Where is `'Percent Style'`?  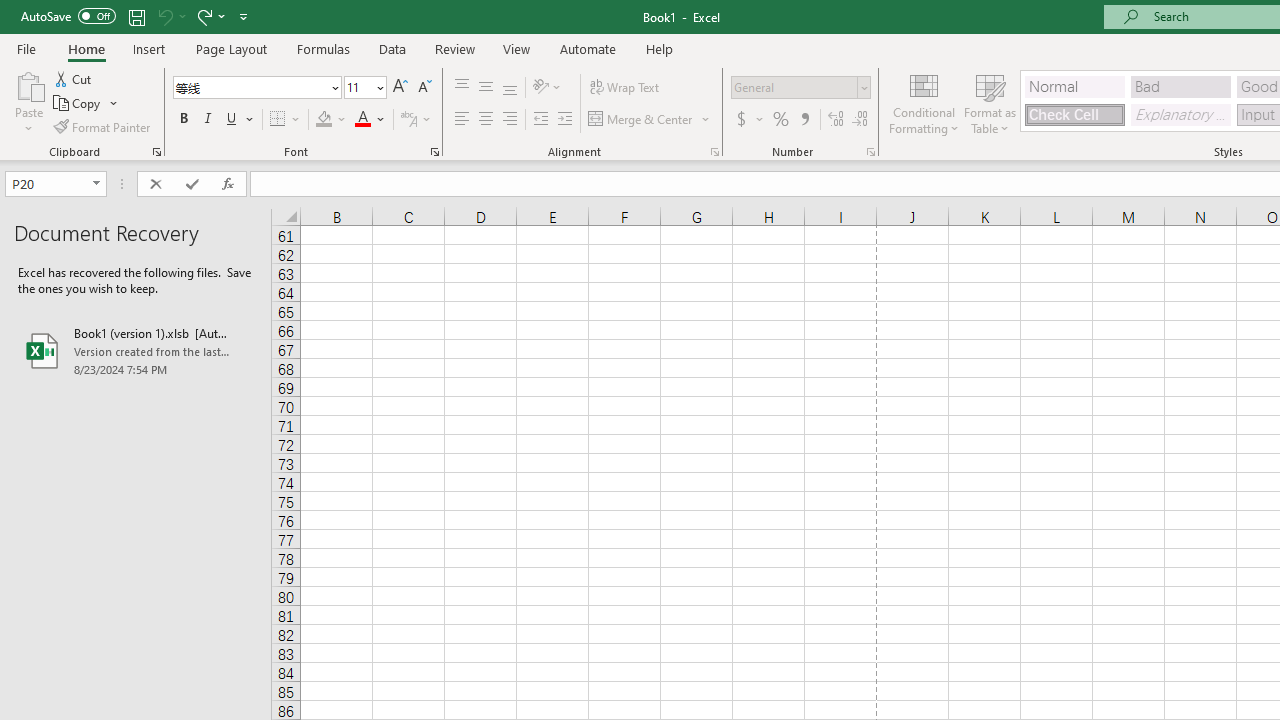 'Percent Style' is located at coordinates (780, 119).